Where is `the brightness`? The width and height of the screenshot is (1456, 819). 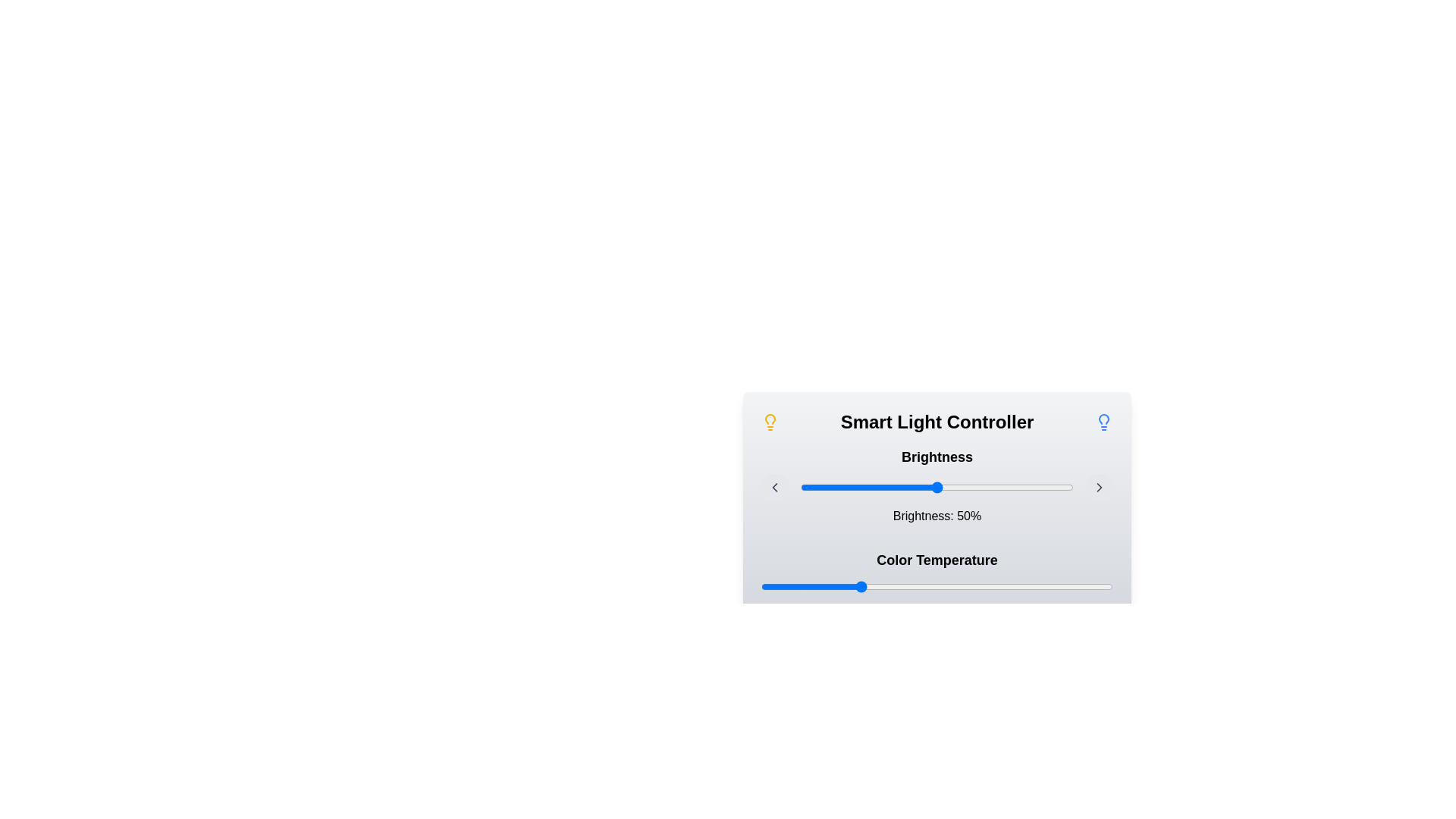
the brightness is located at coordinates (811, 488).